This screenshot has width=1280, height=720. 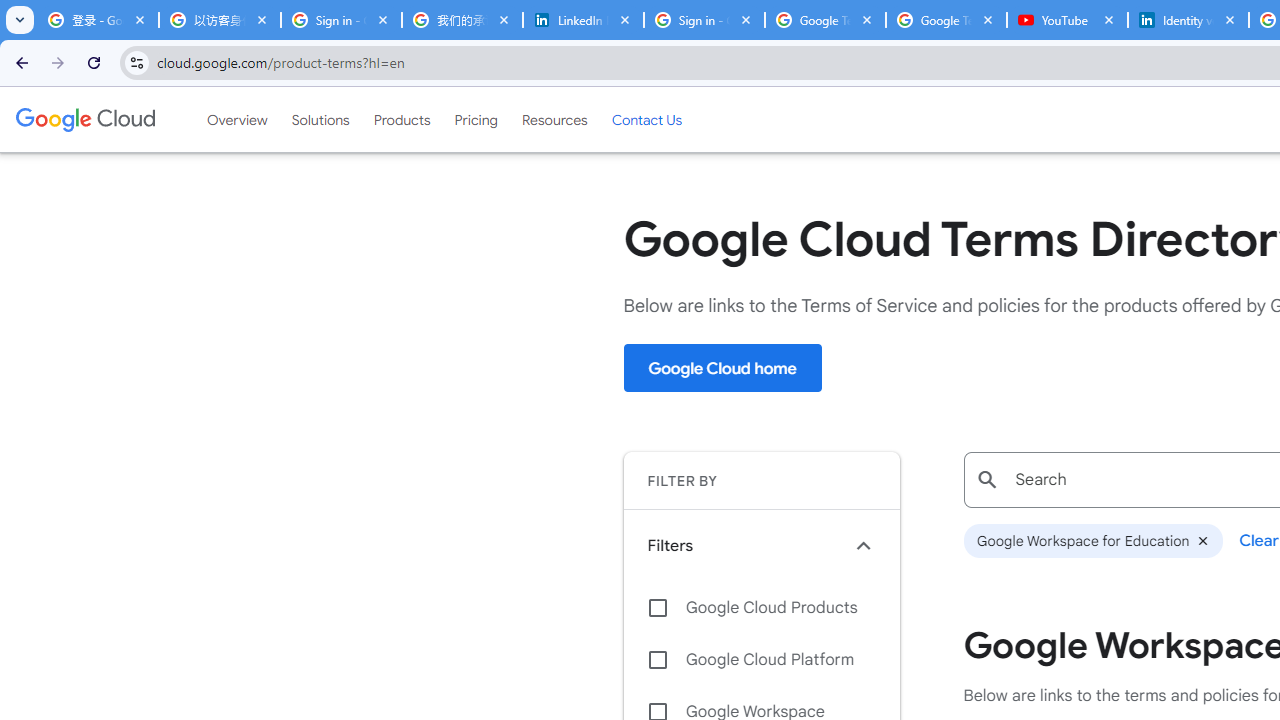 I want to click on 'Resources', so click(x=554, y=119).